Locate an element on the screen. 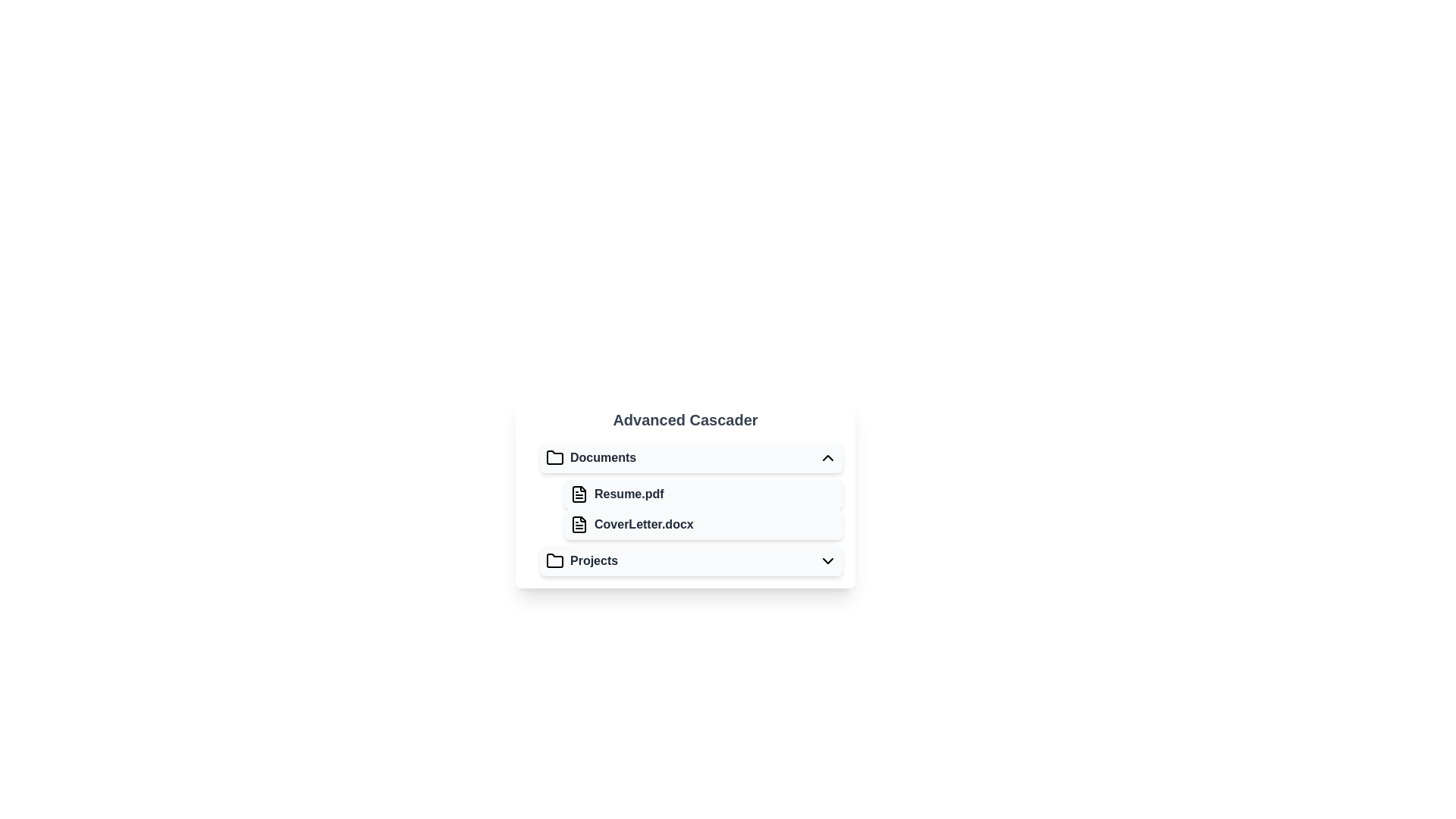 The width and height of the screenshot is (1456, 819). the list item labeled 'Resume.pdf', which is the first item is located at coordinates (697, 494).